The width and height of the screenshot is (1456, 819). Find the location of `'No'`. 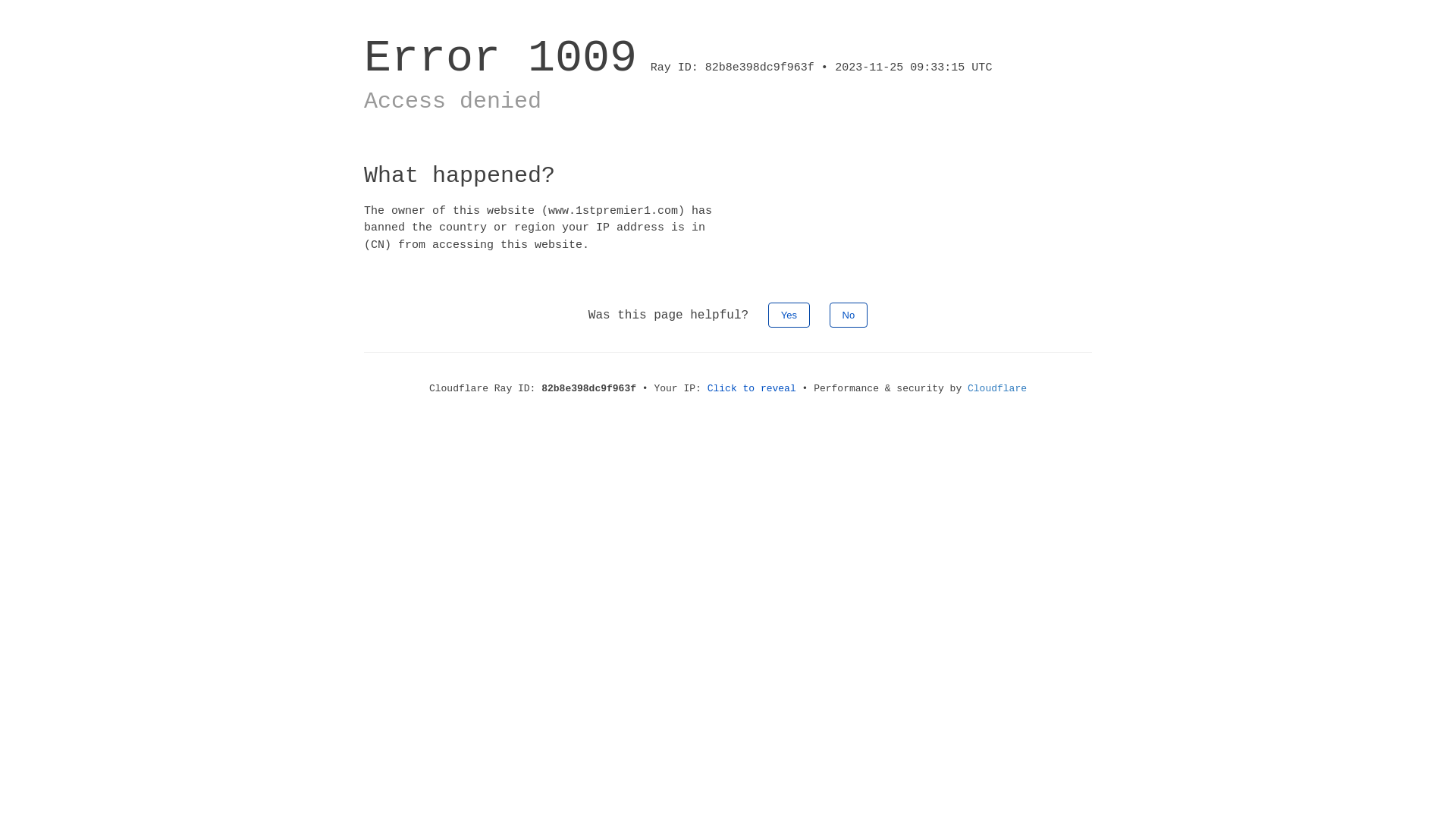

'No' is located at coordinates (848, 314).